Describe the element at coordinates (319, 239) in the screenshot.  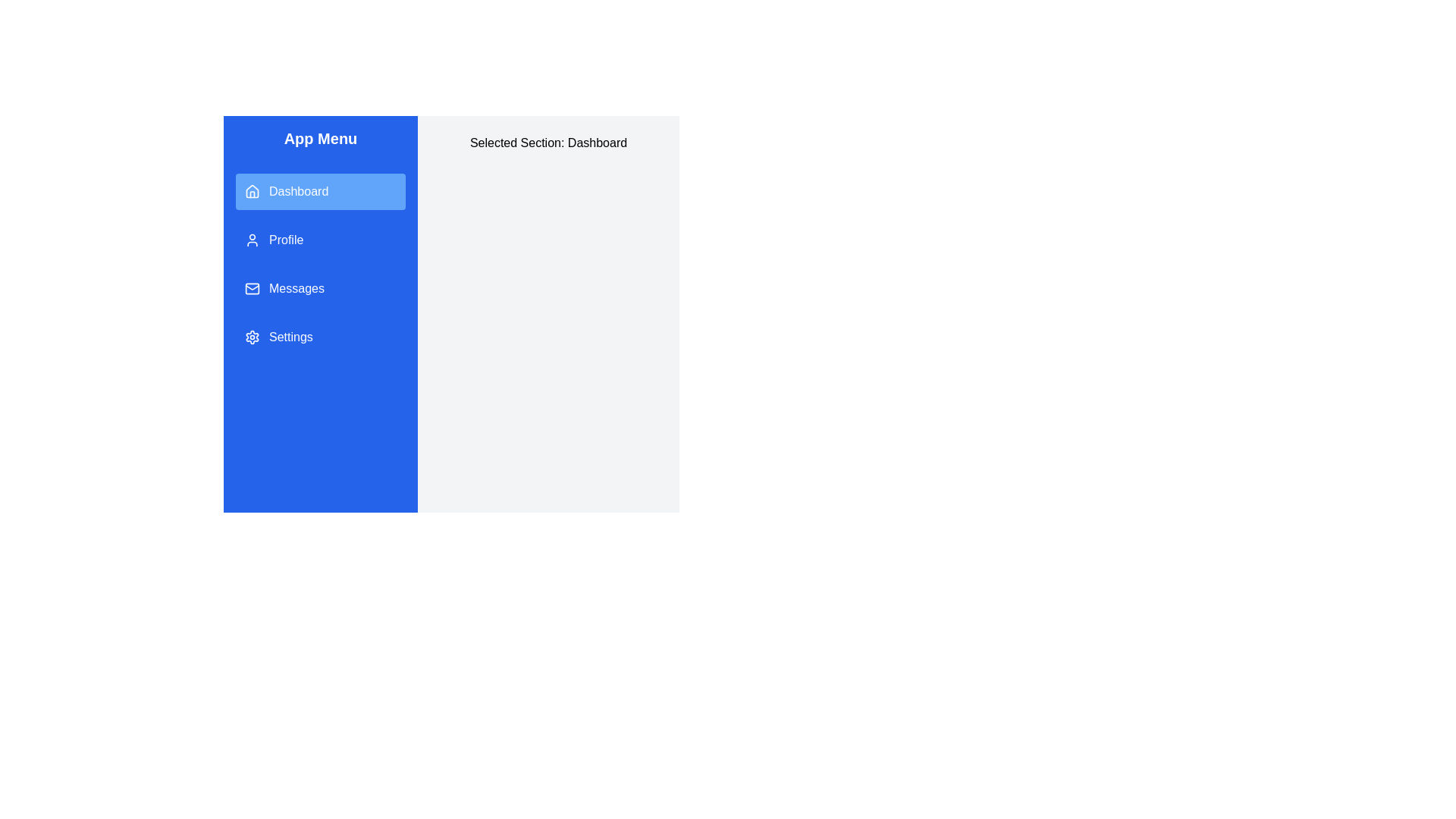
I see `the menu item Profile` at that location.